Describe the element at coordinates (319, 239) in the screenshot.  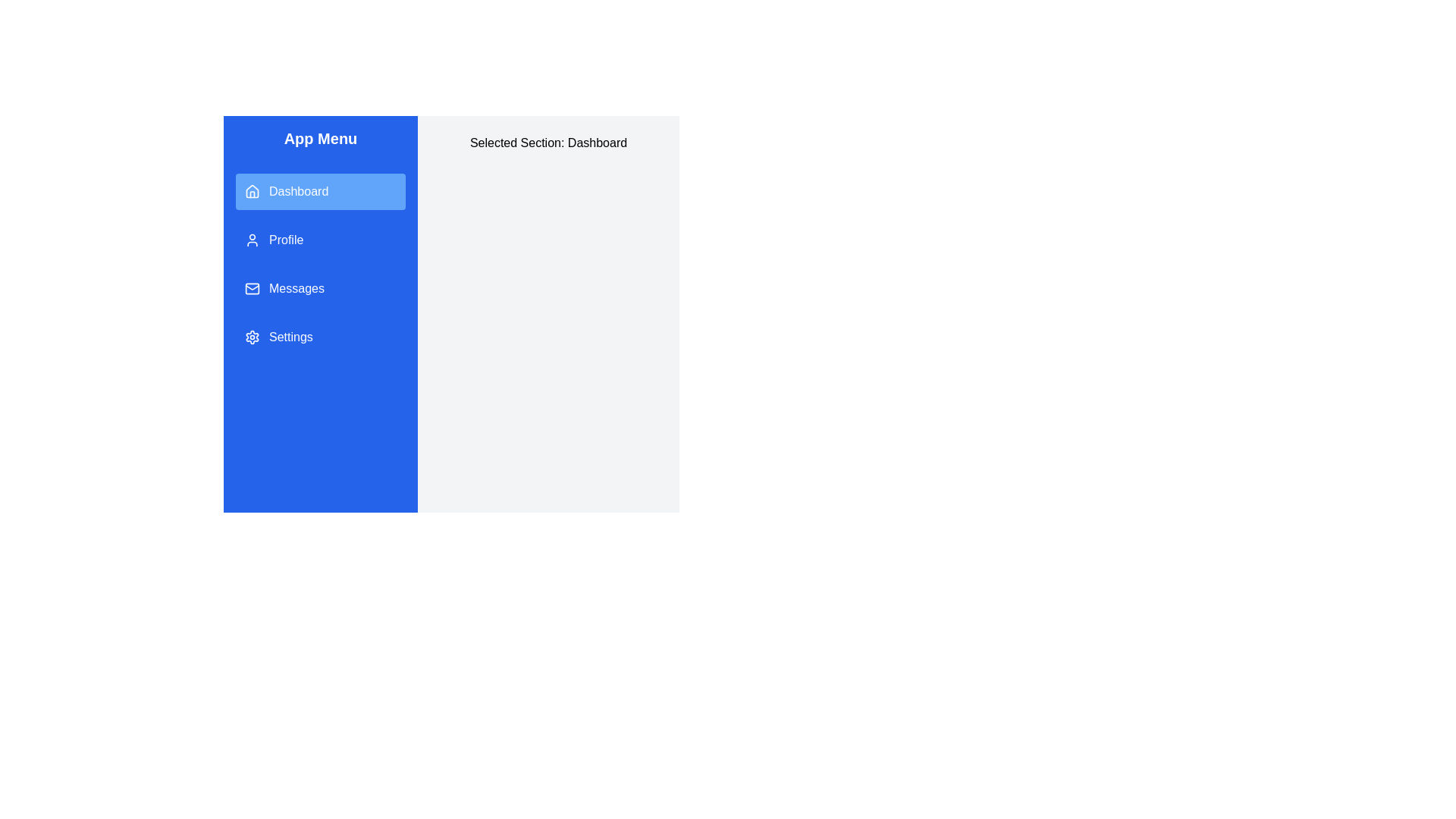
I see `the menu item Profile` at that location.